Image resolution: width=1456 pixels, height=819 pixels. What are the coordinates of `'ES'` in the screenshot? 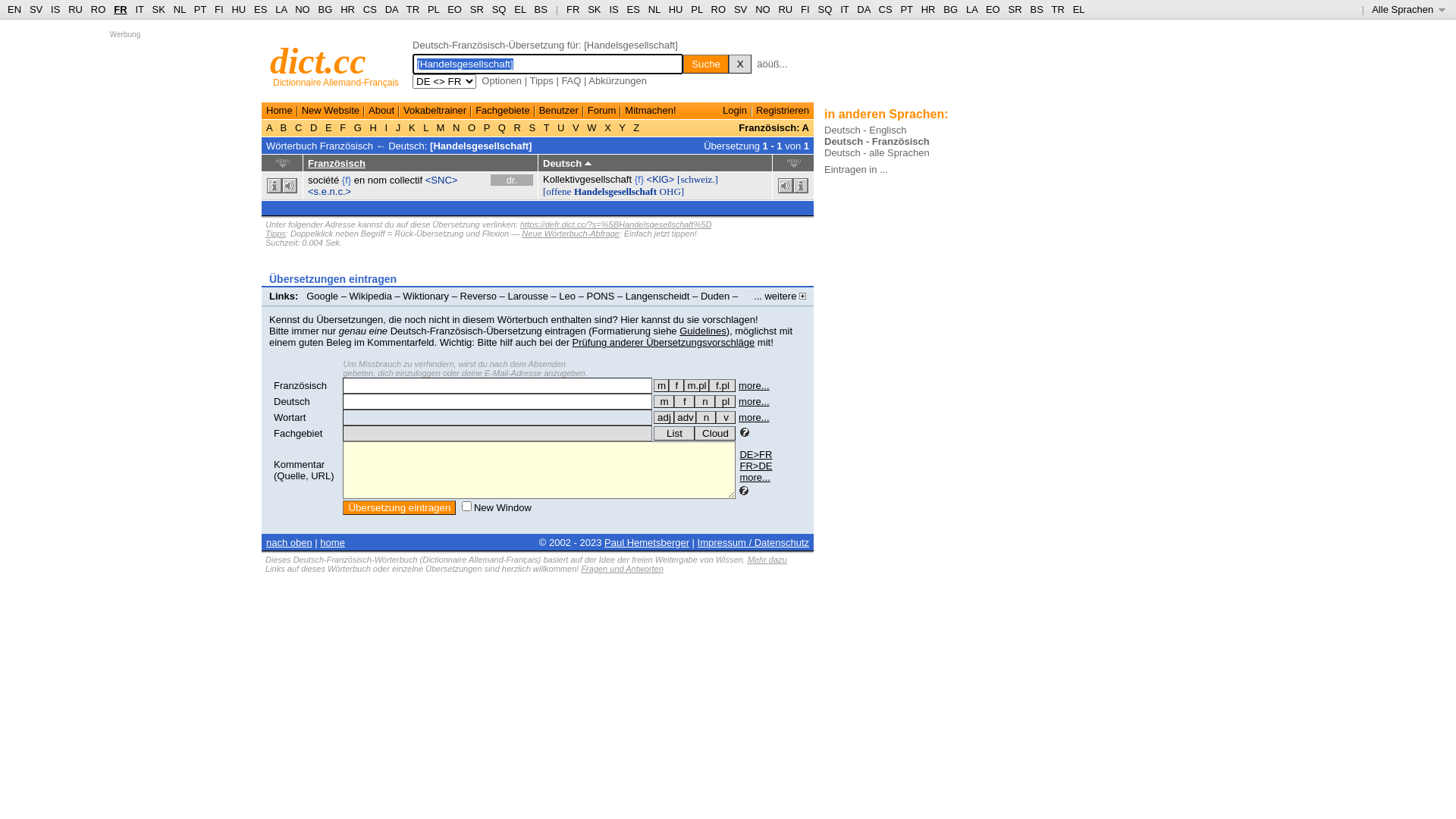 It's located at (633, 9).